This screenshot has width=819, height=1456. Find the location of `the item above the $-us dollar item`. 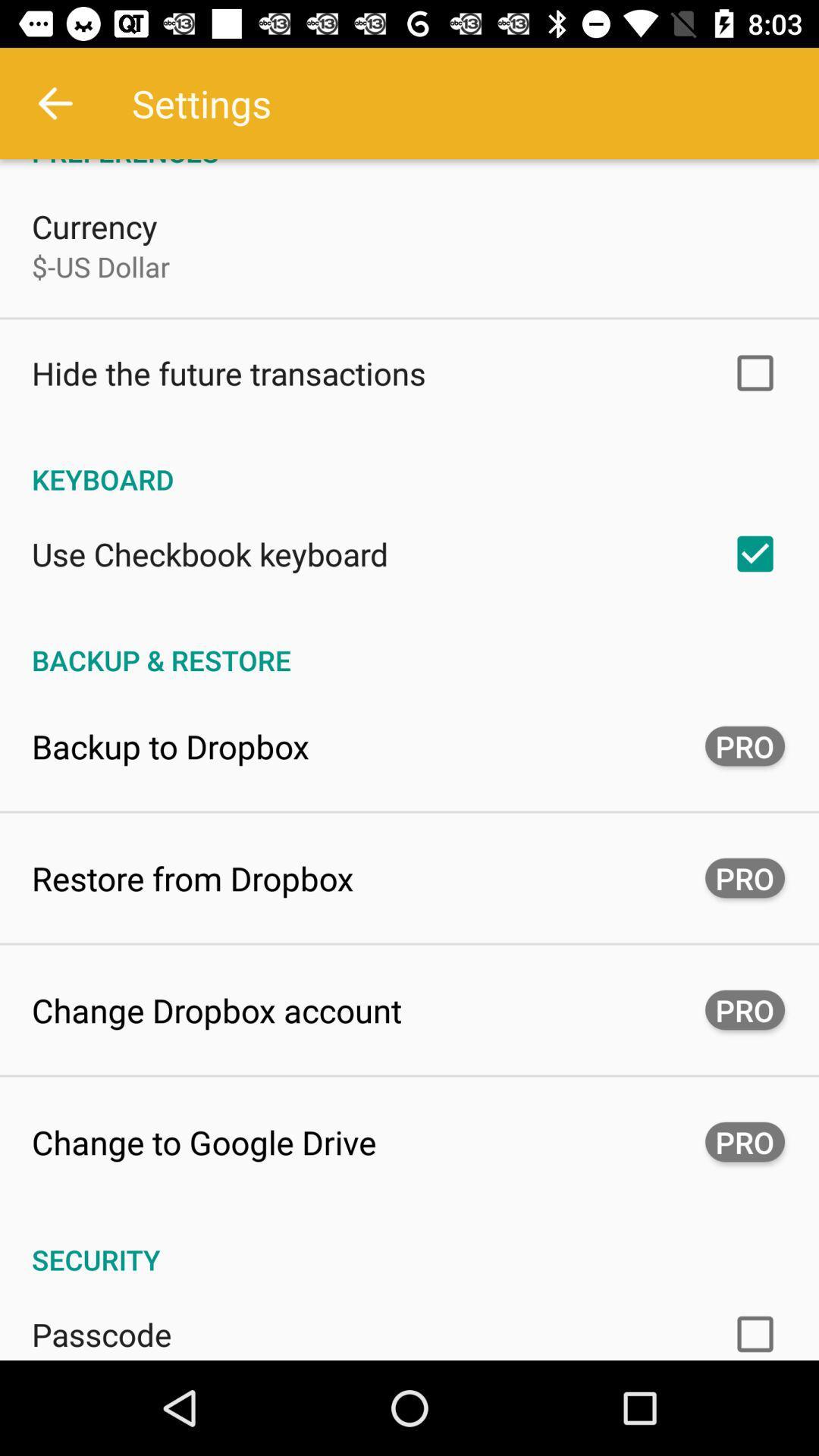

the item above the $-us dollar item is located at coordinates (94, 225).